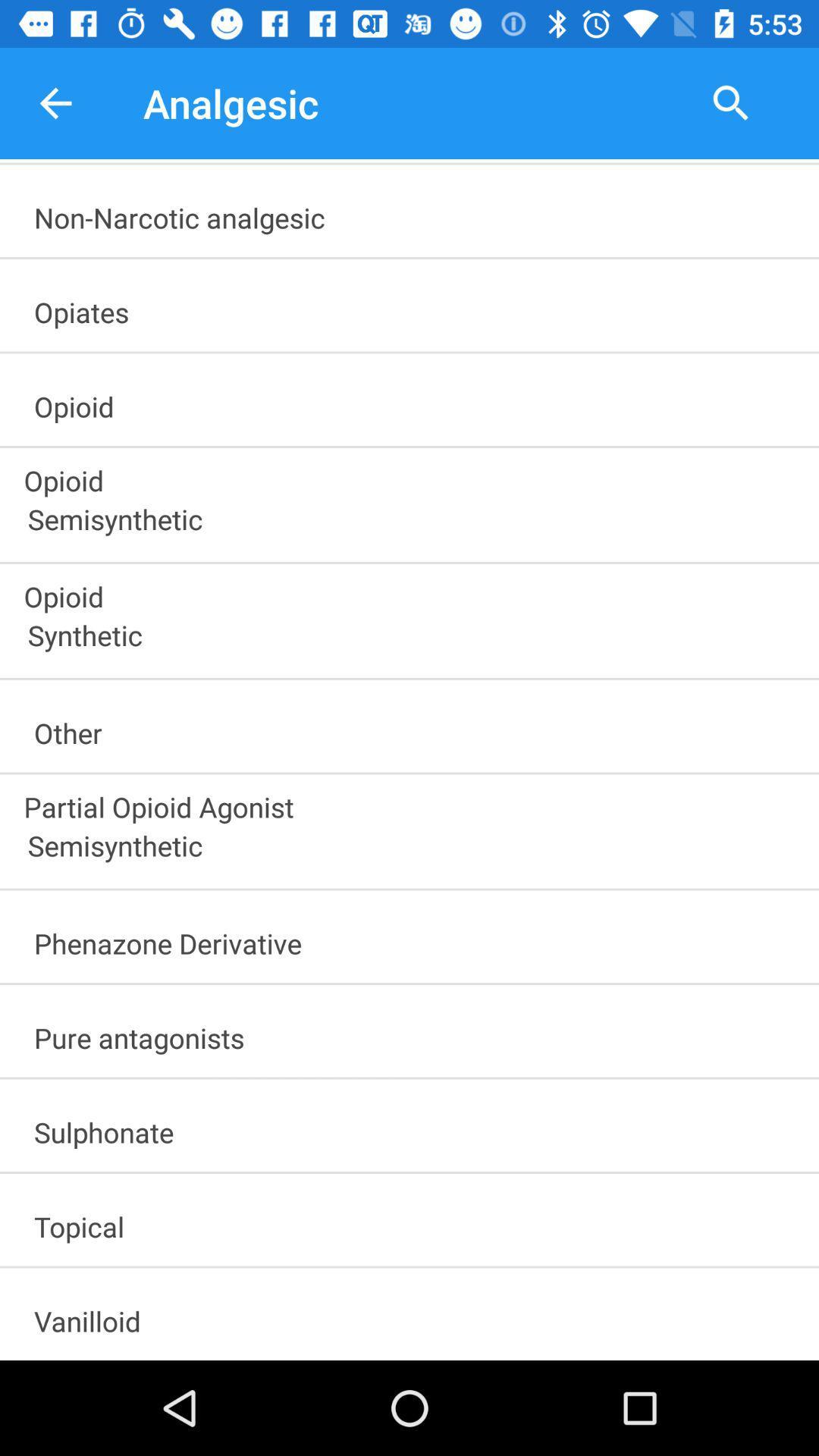 The width and height of the screenshot is (819, 1456). I want to click on other icon, so click(416, 728).